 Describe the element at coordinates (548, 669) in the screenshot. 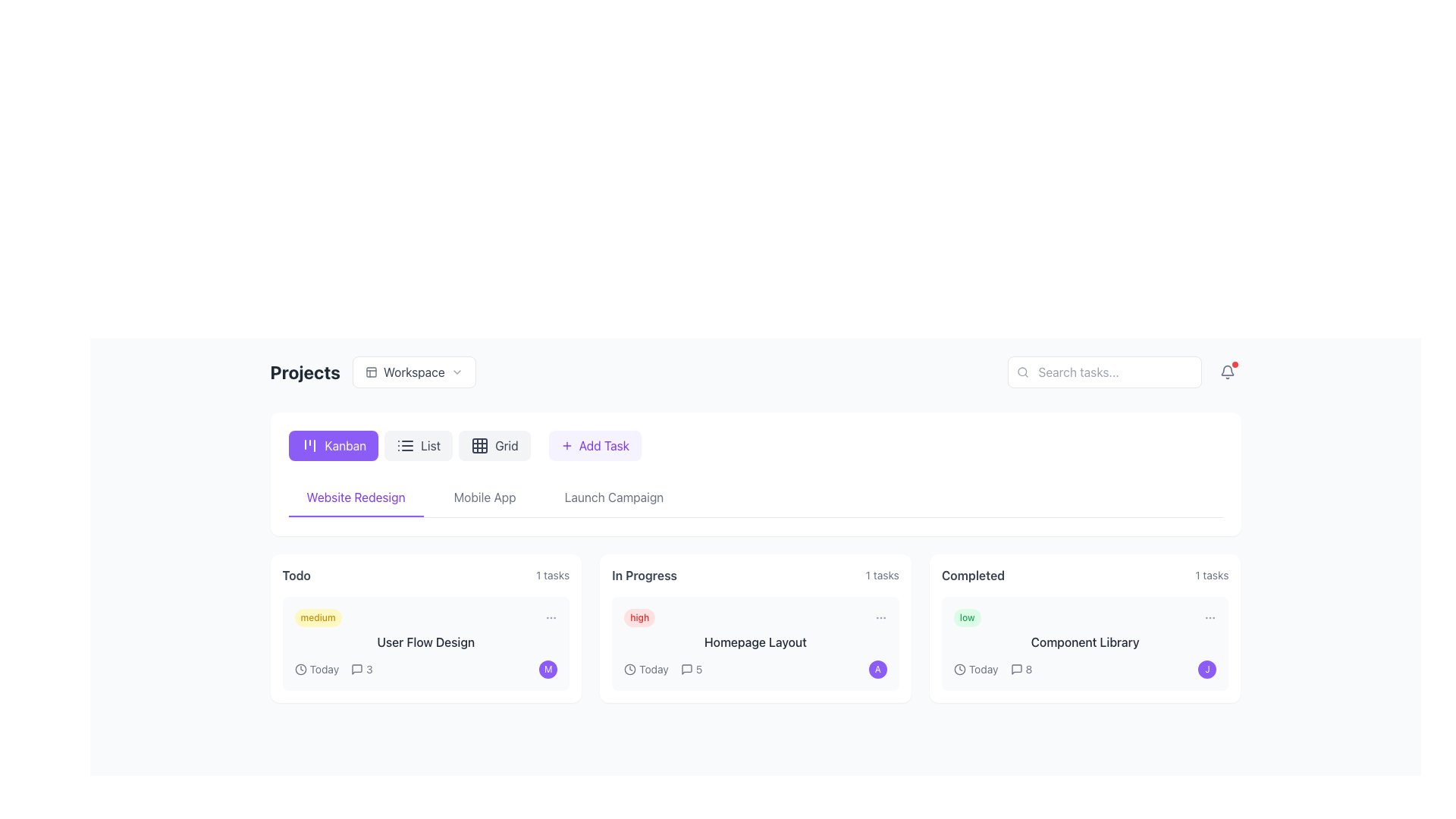

I see `the circular badge icon with a violet background and white 'M' text located at the bottom of the 'Todo' column in the 'User Flow Design' task card` at that location.